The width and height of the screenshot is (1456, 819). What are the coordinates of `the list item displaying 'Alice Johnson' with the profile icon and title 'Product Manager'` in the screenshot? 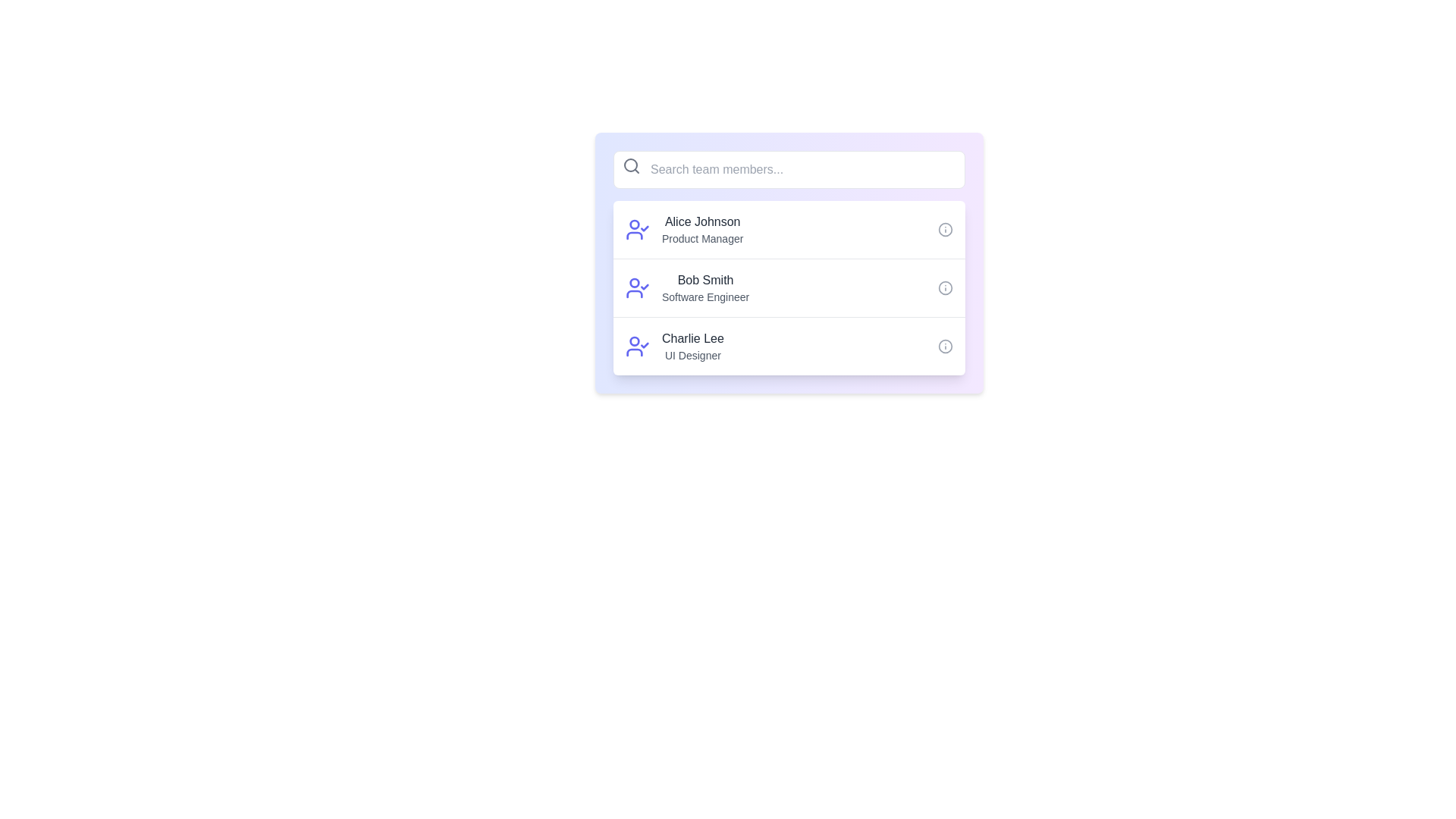 It's located at (683, 230).